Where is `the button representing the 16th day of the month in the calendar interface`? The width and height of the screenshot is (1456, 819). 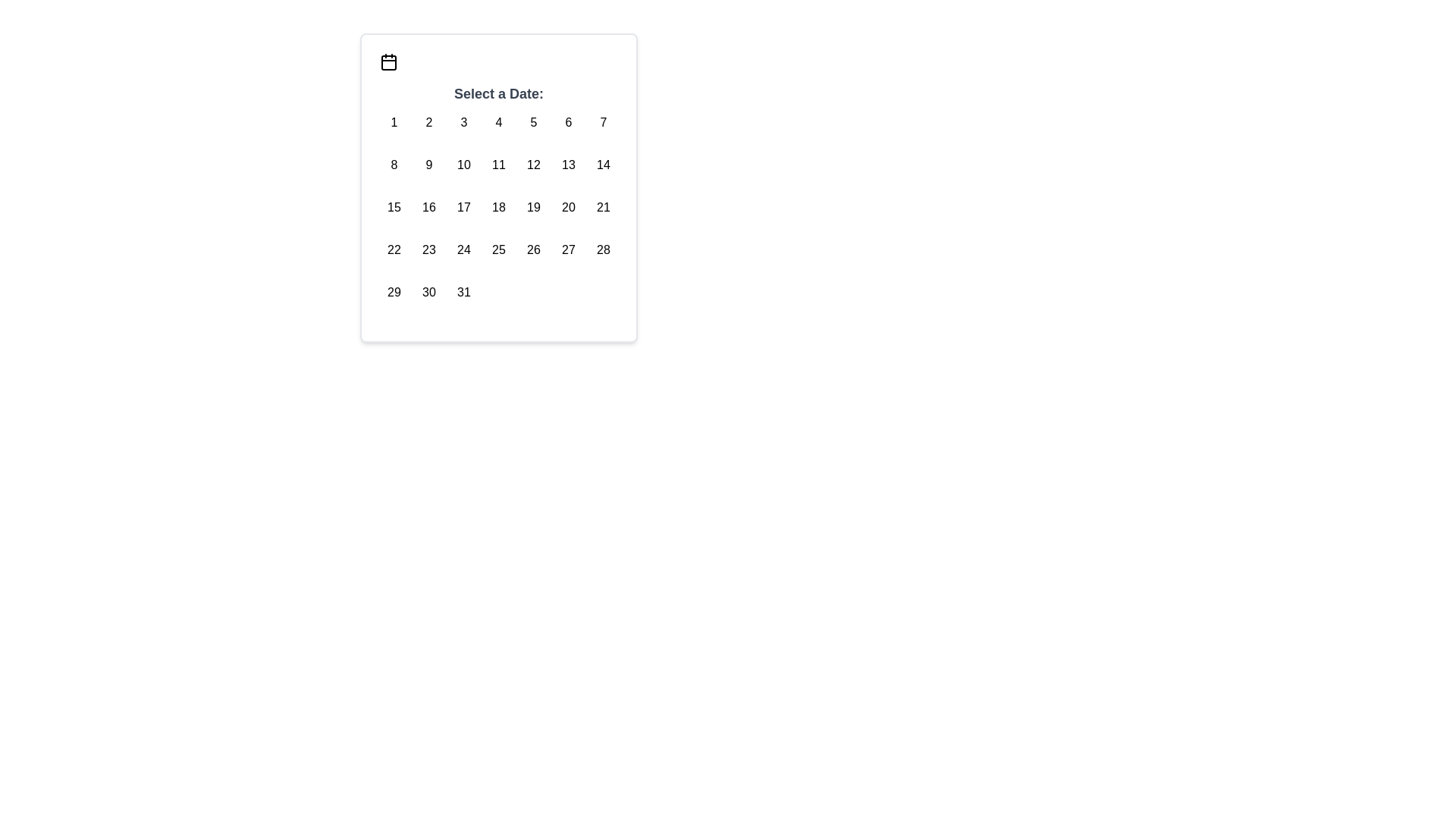 the button representing the 16th day of the month in the calendar interface is located at coordinates (428, 207).